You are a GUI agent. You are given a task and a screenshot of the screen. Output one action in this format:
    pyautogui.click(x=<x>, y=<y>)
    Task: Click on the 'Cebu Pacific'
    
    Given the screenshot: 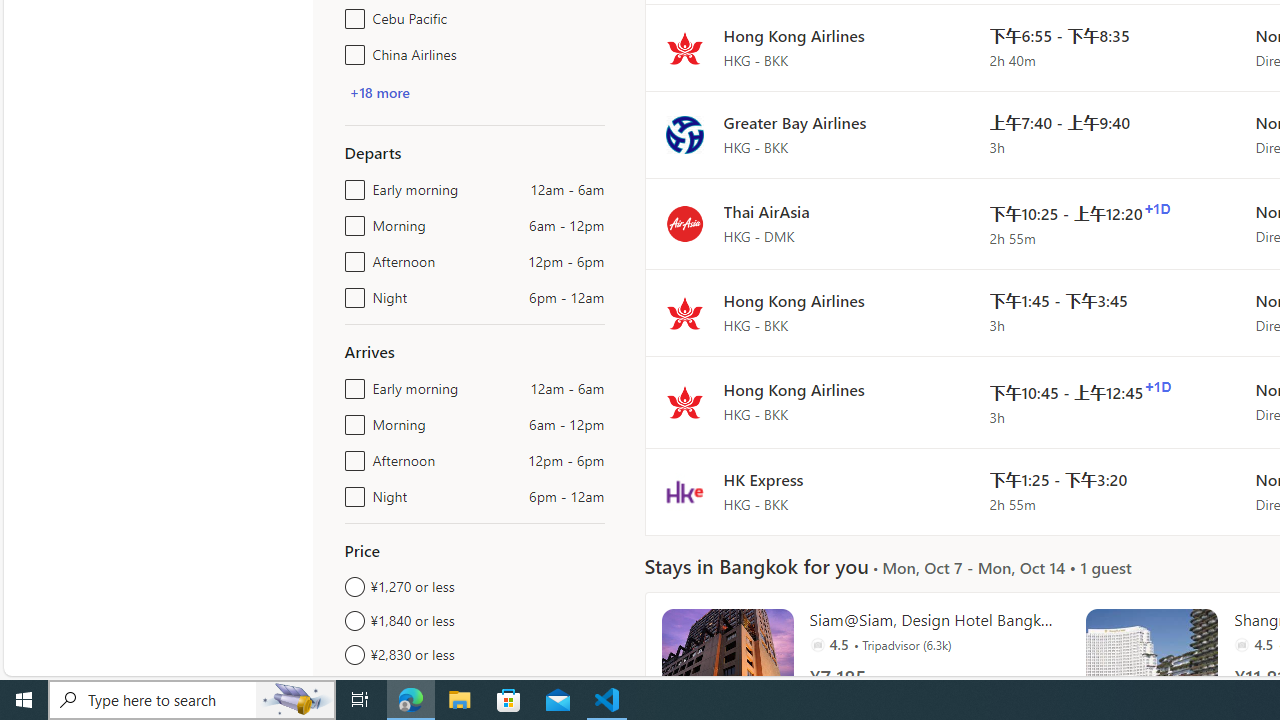 What is the action you would take?
    pyautogui.click(x=351, y=15)
    